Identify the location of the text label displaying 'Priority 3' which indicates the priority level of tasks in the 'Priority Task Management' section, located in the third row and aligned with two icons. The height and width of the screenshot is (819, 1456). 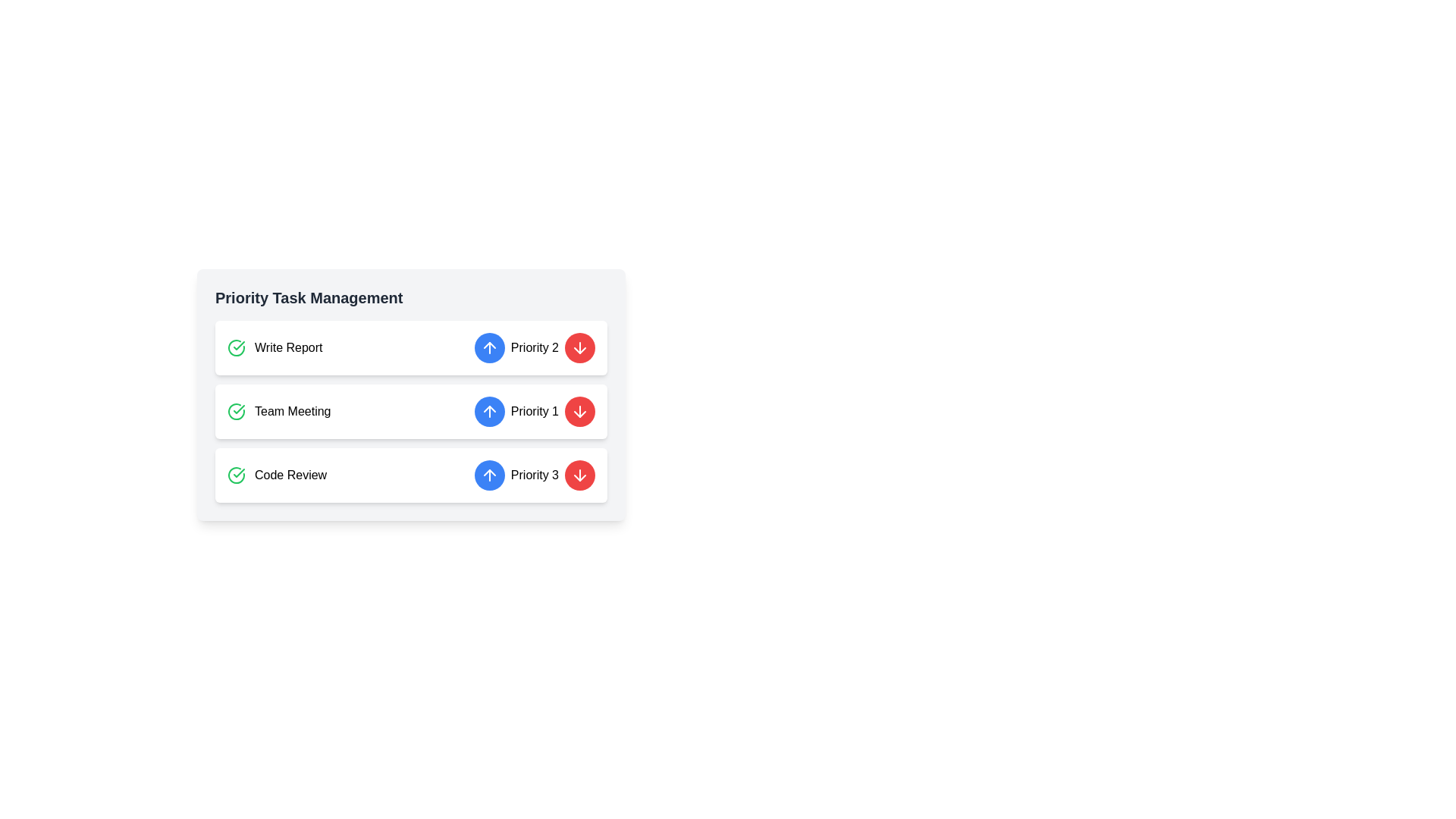
(535, 475).